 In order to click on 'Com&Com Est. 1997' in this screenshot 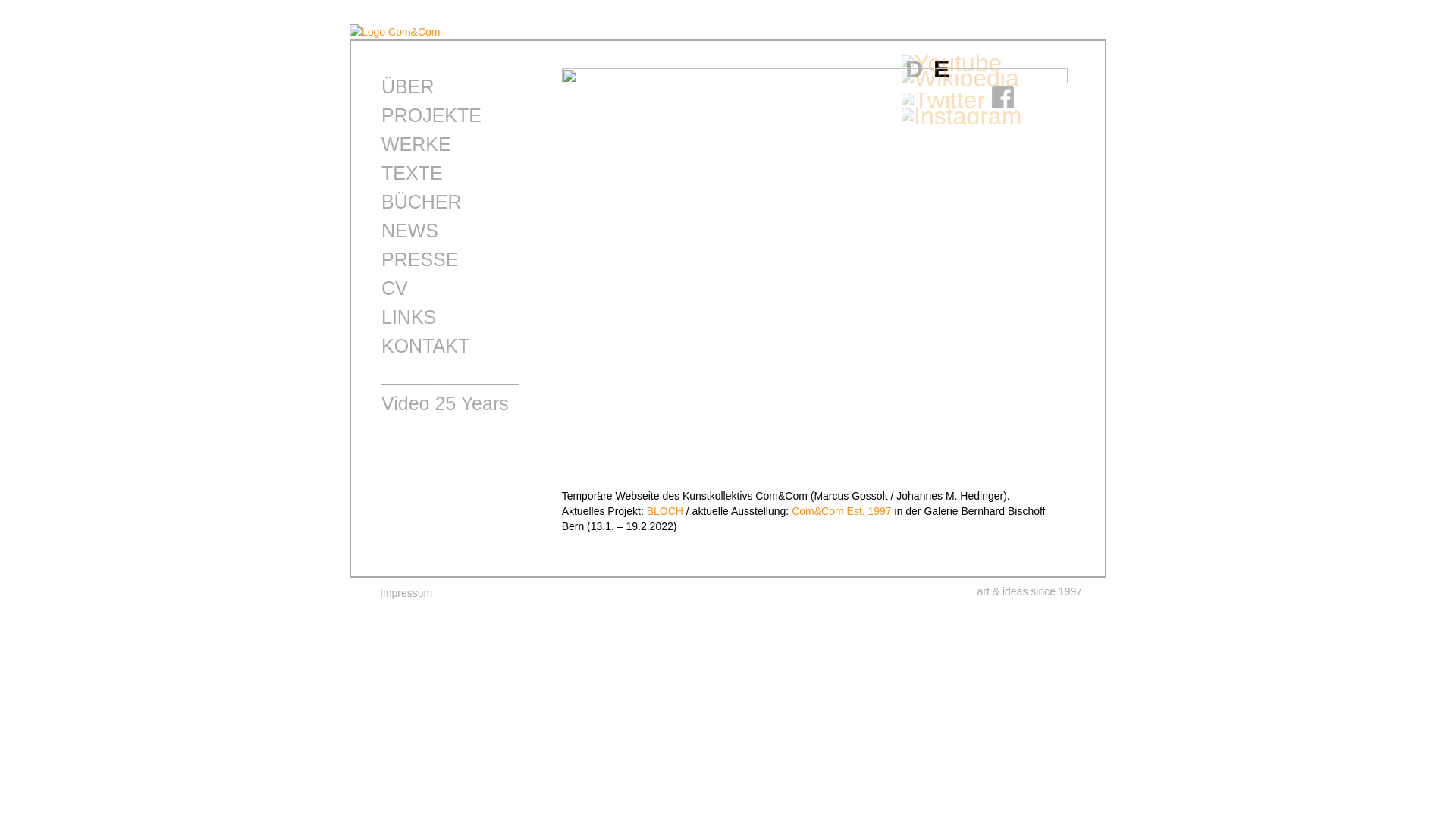, I will do `click(840, 511)`.